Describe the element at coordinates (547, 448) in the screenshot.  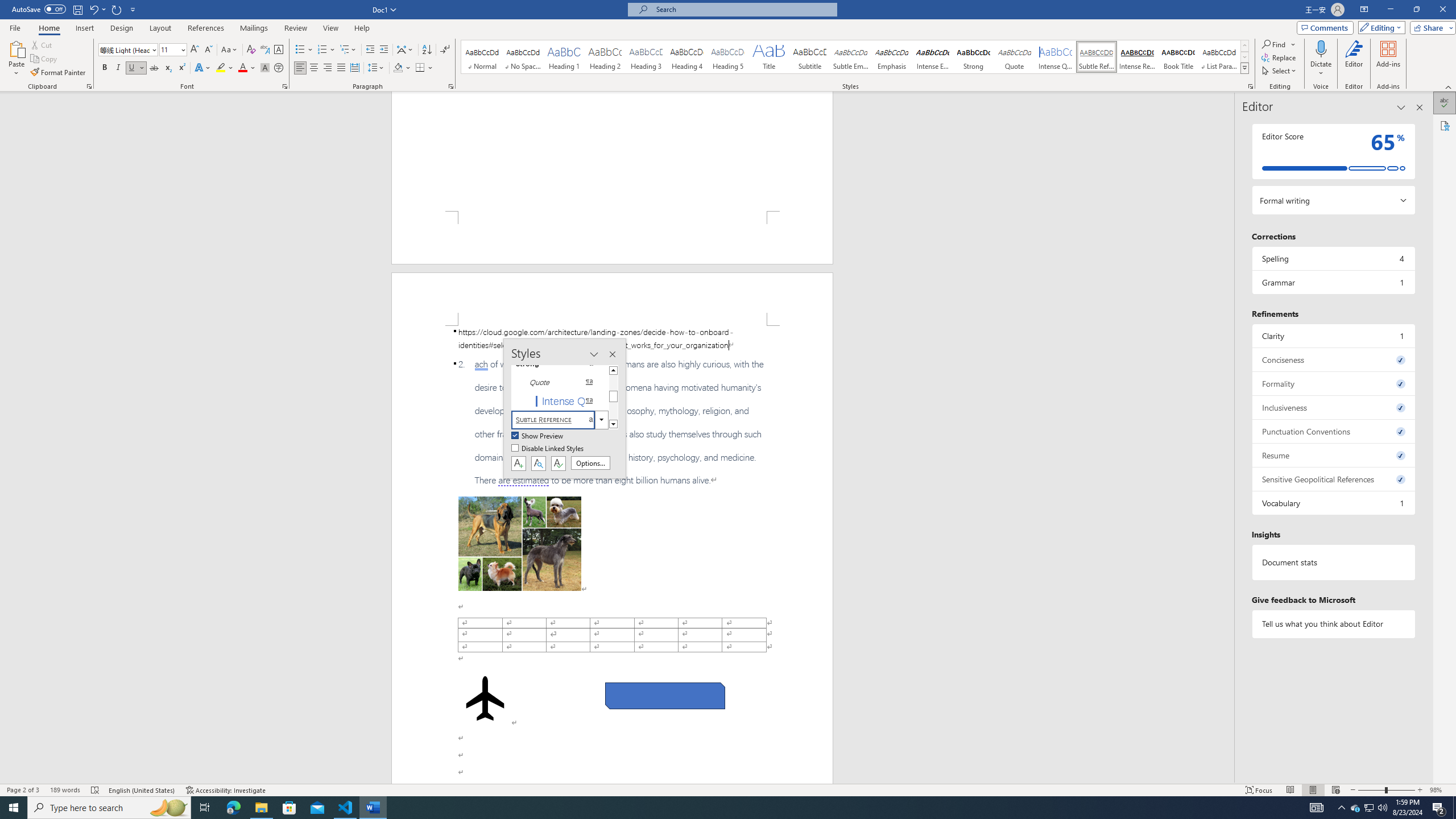
I see `'Disable Linked Styles'` at that location.